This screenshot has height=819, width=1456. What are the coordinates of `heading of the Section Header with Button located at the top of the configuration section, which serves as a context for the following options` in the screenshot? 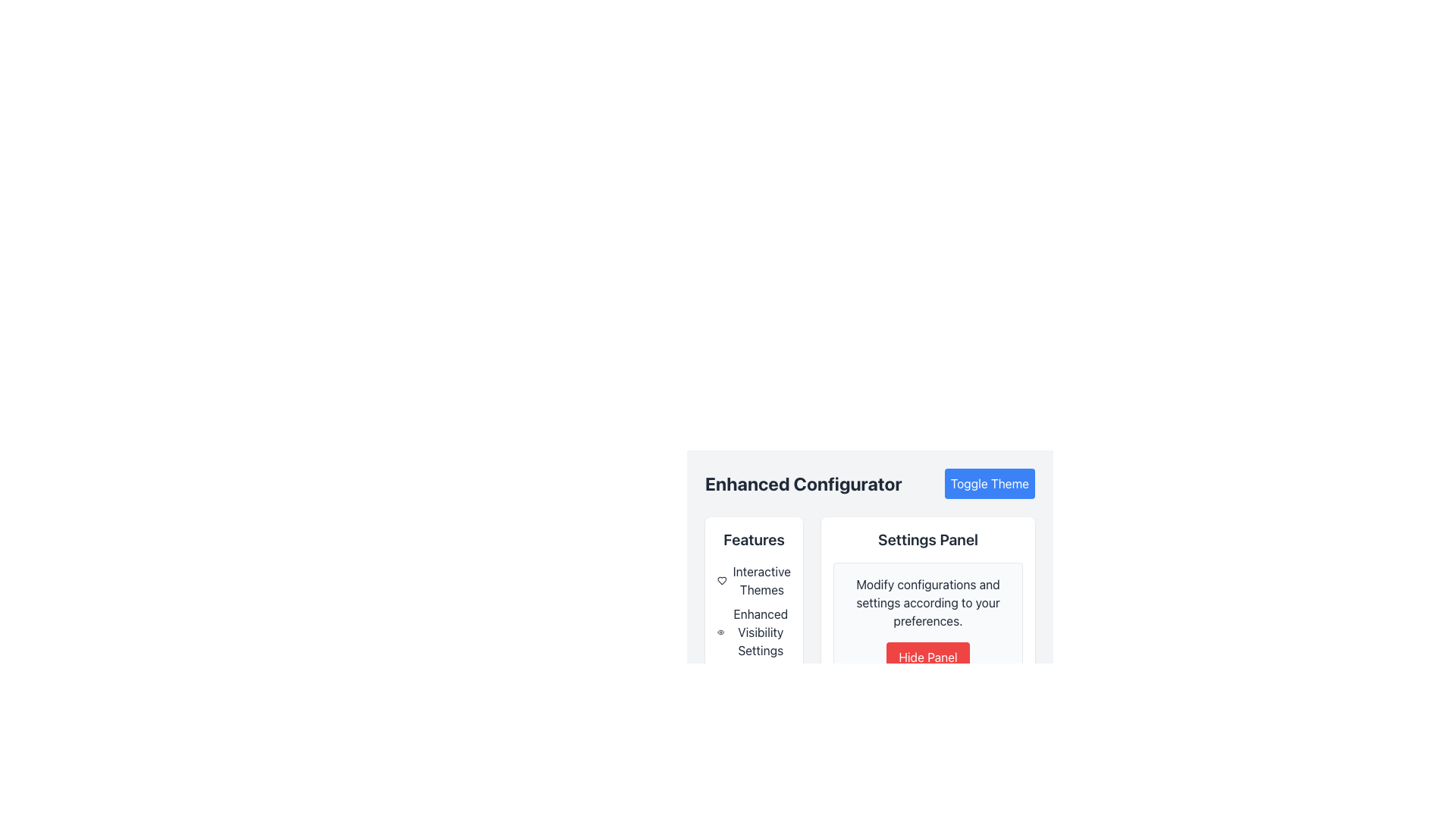 It's located at (870, 483).